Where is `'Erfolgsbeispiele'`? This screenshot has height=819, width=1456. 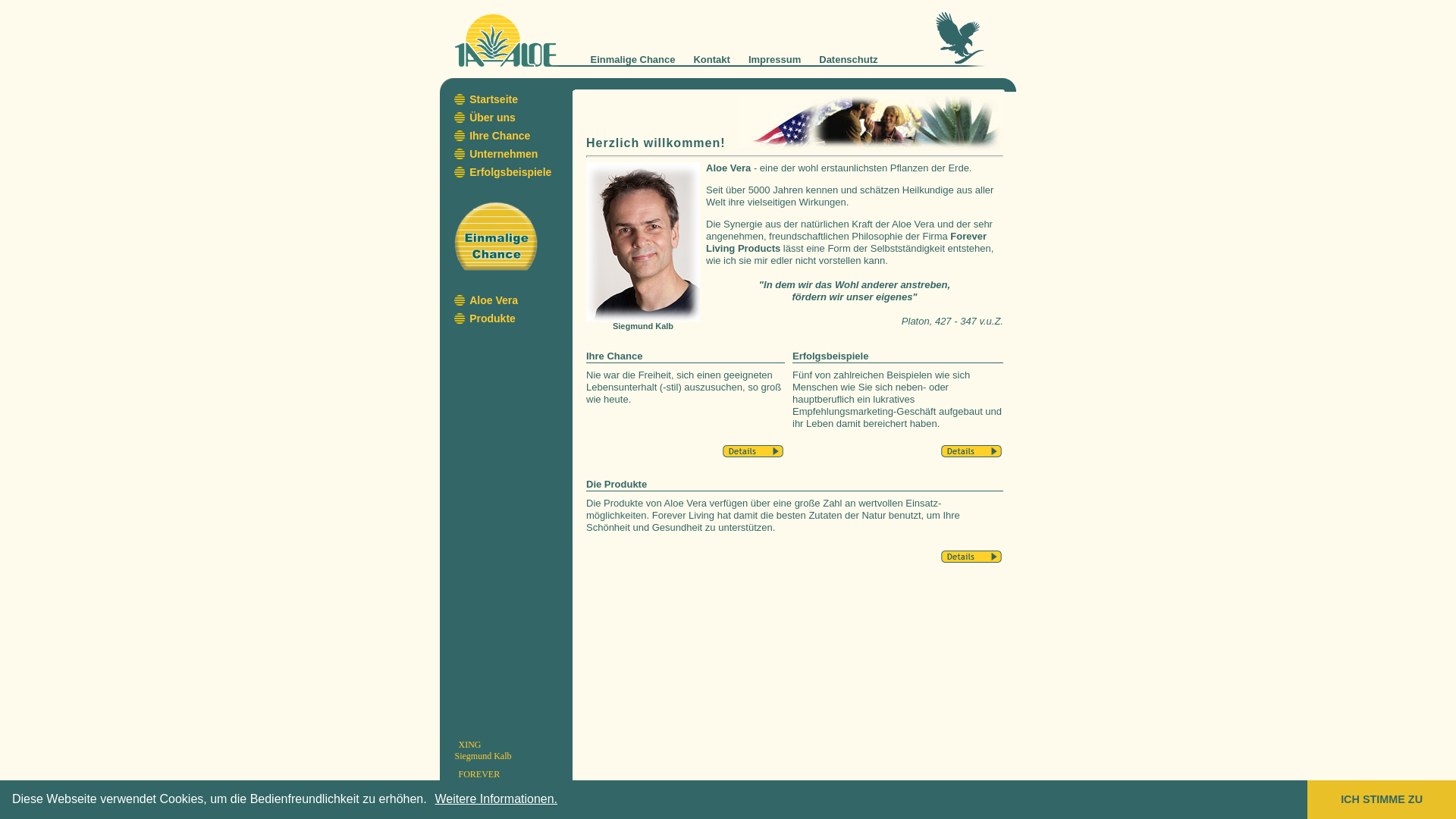 'Erfolgsbeispiele' is located at coordinates (469, 171).